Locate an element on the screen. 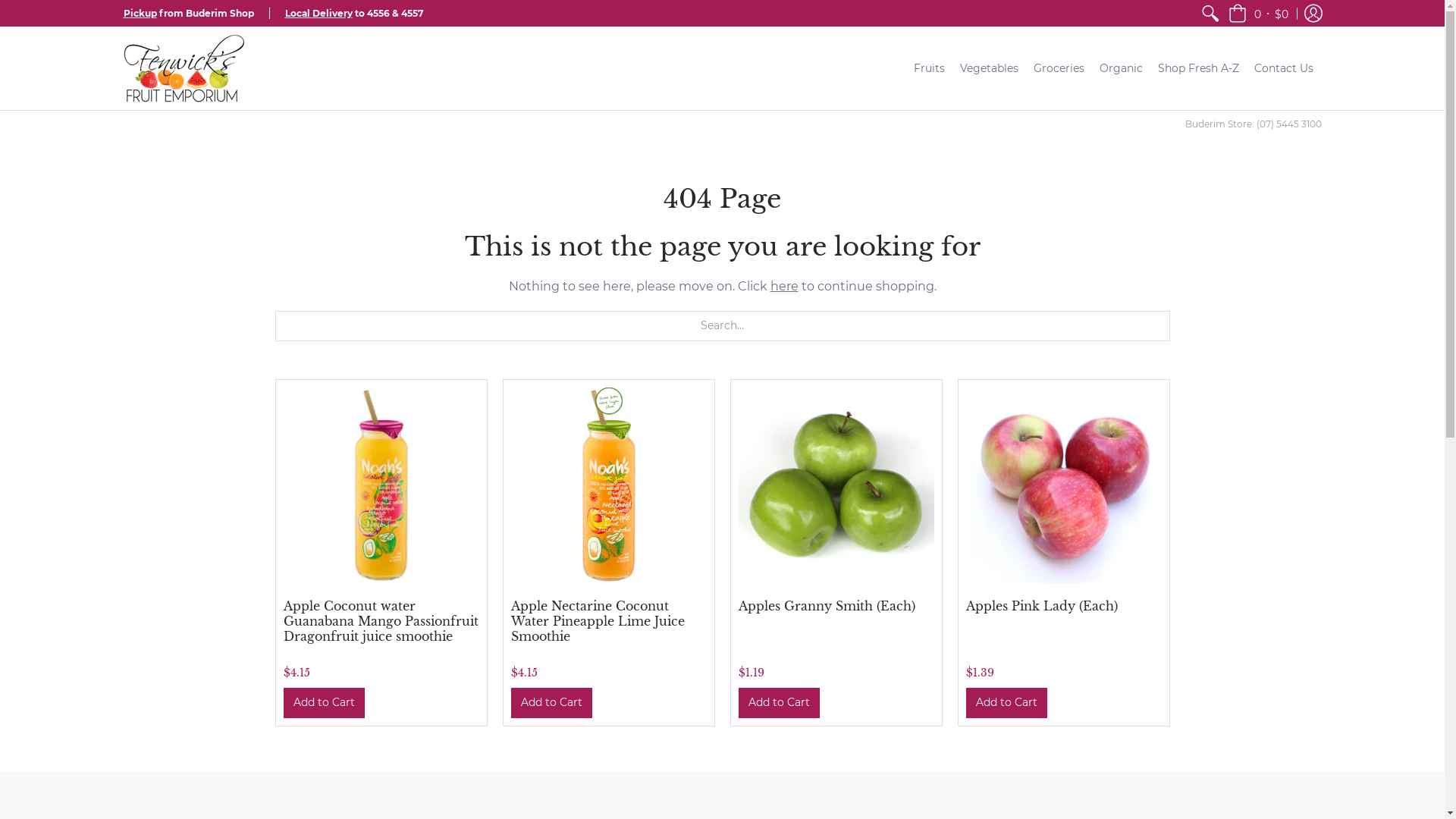  'Local Delivery' is located at coordinates (318, 13).